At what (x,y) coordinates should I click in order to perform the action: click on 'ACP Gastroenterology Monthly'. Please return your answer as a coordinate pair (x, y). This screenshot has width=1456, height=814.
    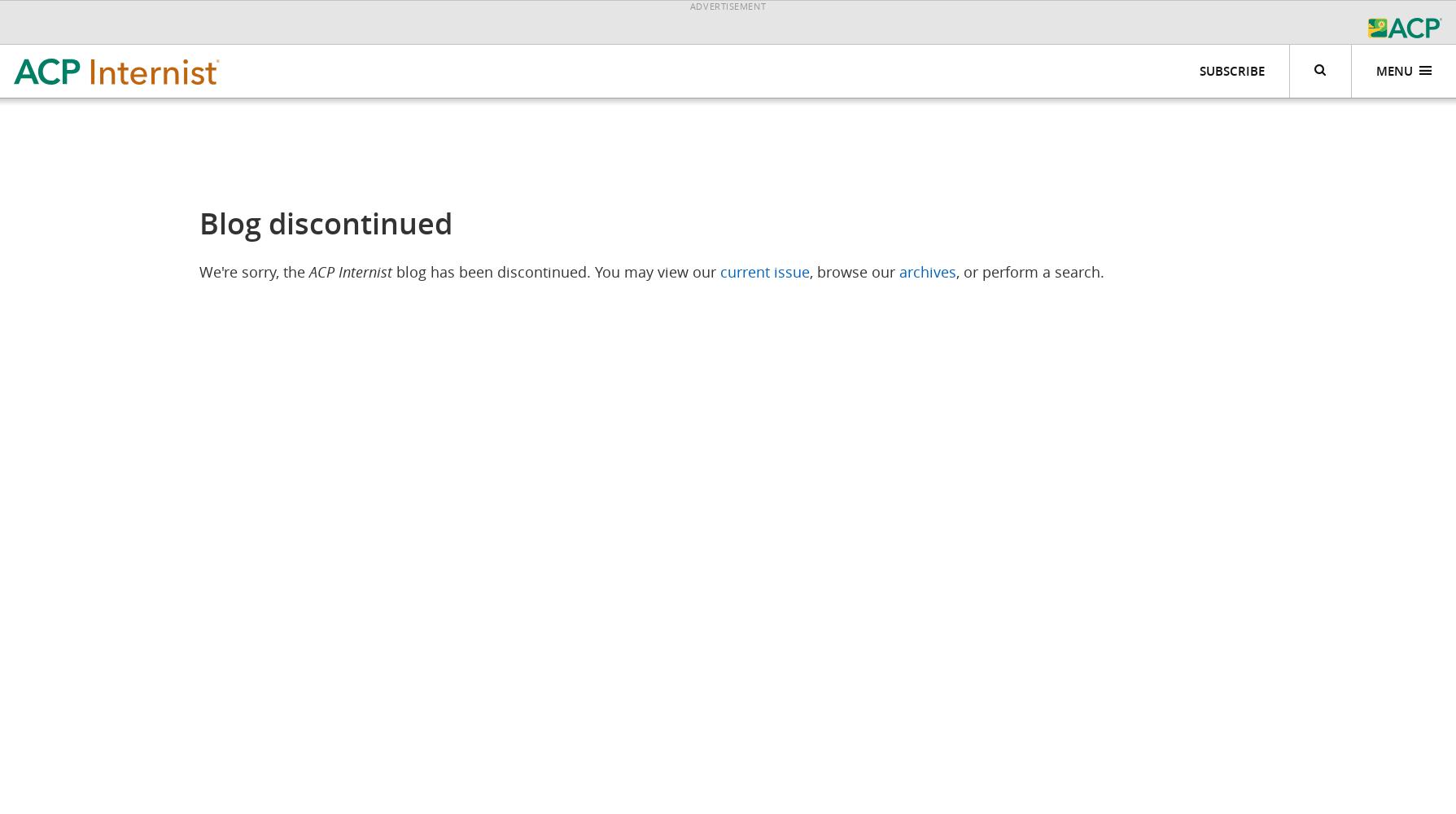
    Looking at the image, I should click on (864, 226).